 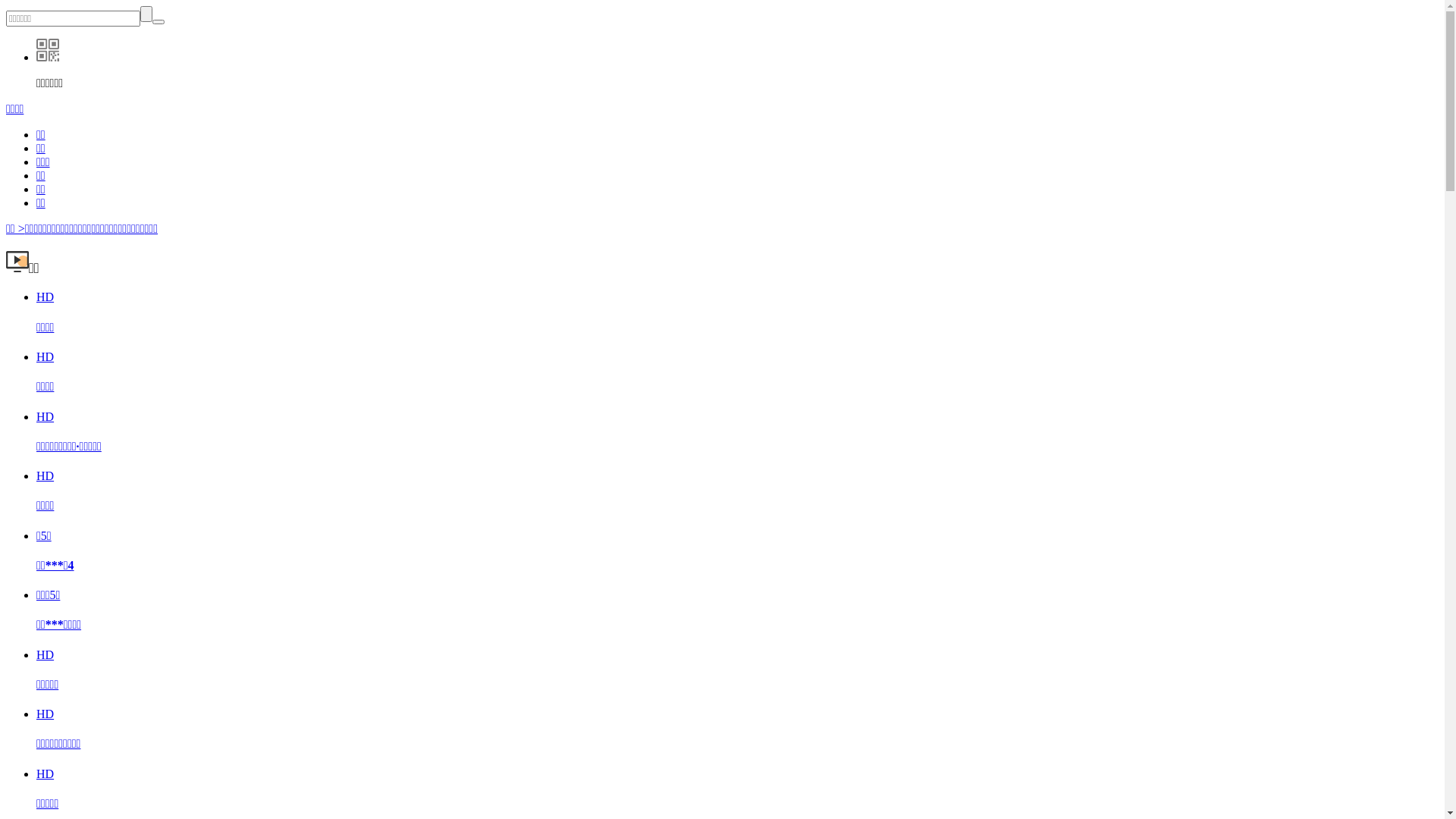 What do you see at coordinates (45, 714) in the screenshot?
I see `'HD'` at bounding box center [45, 714].